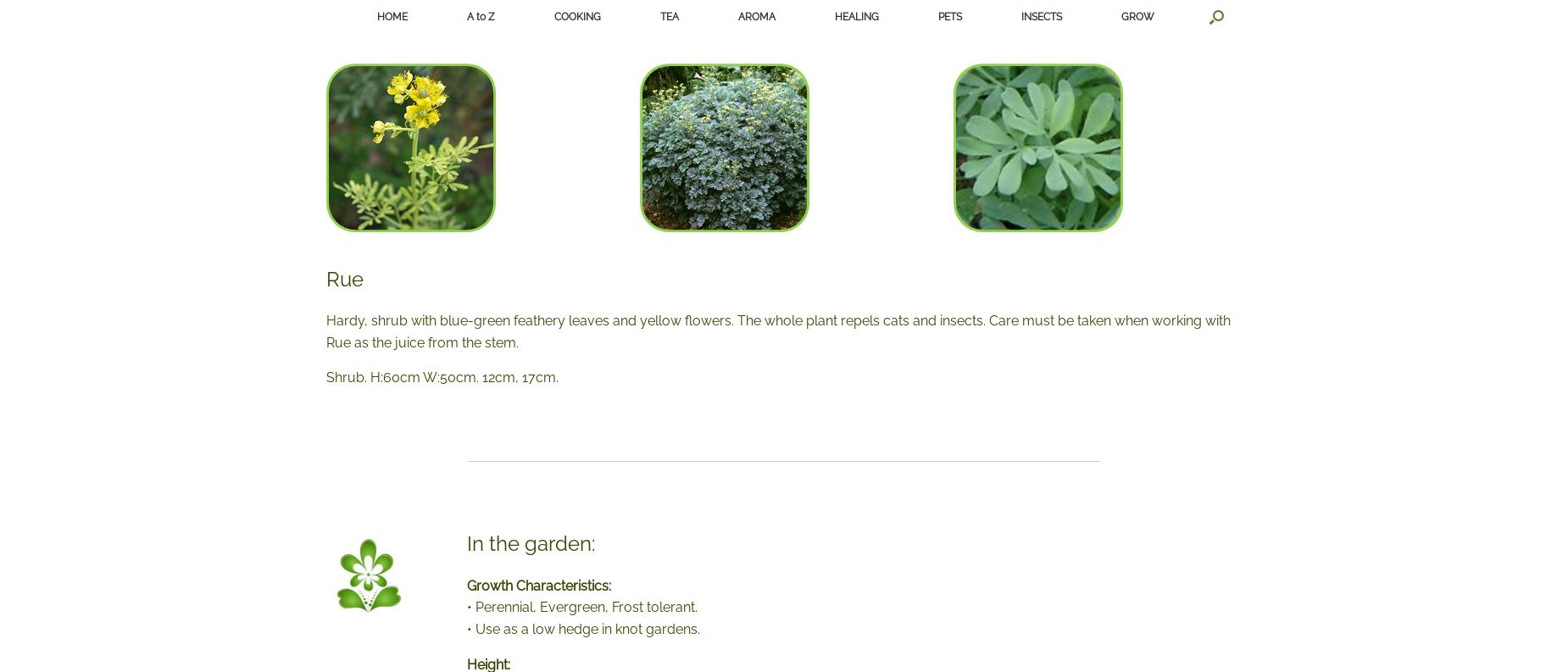  Describe the element at coordinates (480, 15) in the screenshot. I see `'A  to  Z'` at that location.